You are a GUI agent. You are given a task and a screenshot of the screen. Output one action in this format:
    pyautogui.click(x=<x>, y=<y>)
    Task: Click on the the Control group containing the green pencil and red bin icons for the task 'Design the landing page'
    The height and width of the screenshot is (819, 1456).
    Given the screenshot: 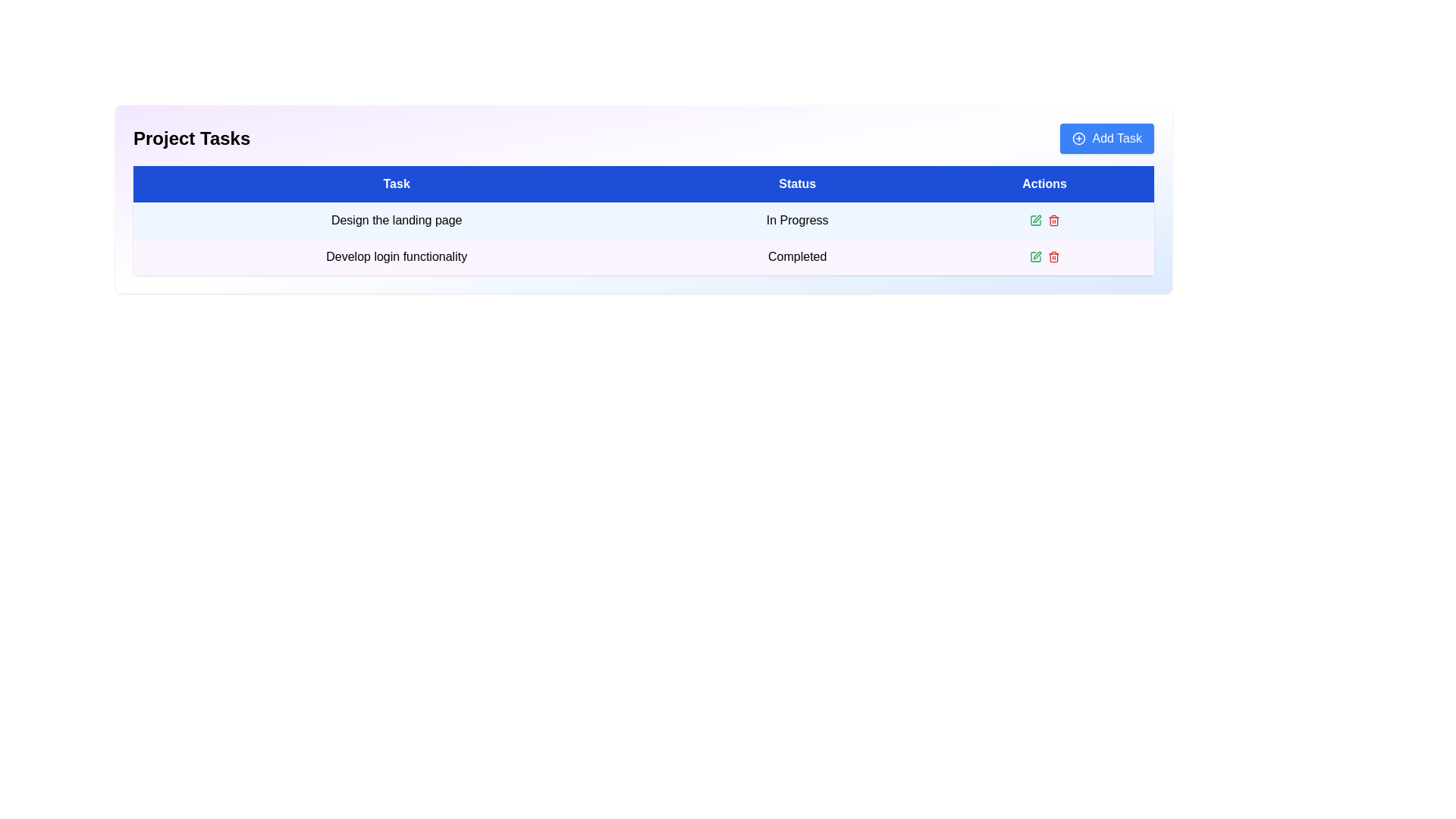 What is the action you would take?
    pyautogui.click(x=1043, y=220)
    